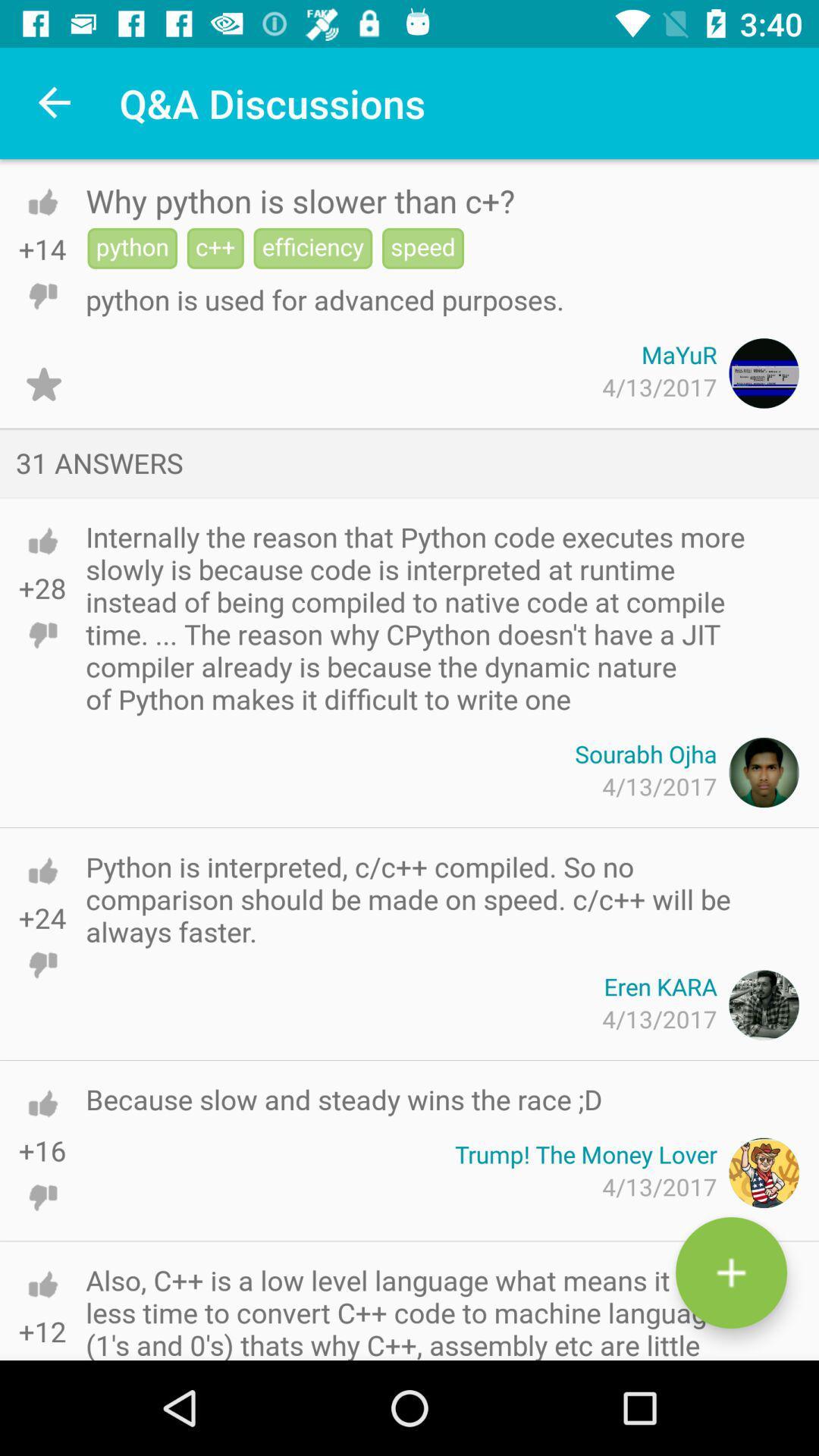 The image size is (819, 1456). I want to click on set as favorite, so click(42, 384).